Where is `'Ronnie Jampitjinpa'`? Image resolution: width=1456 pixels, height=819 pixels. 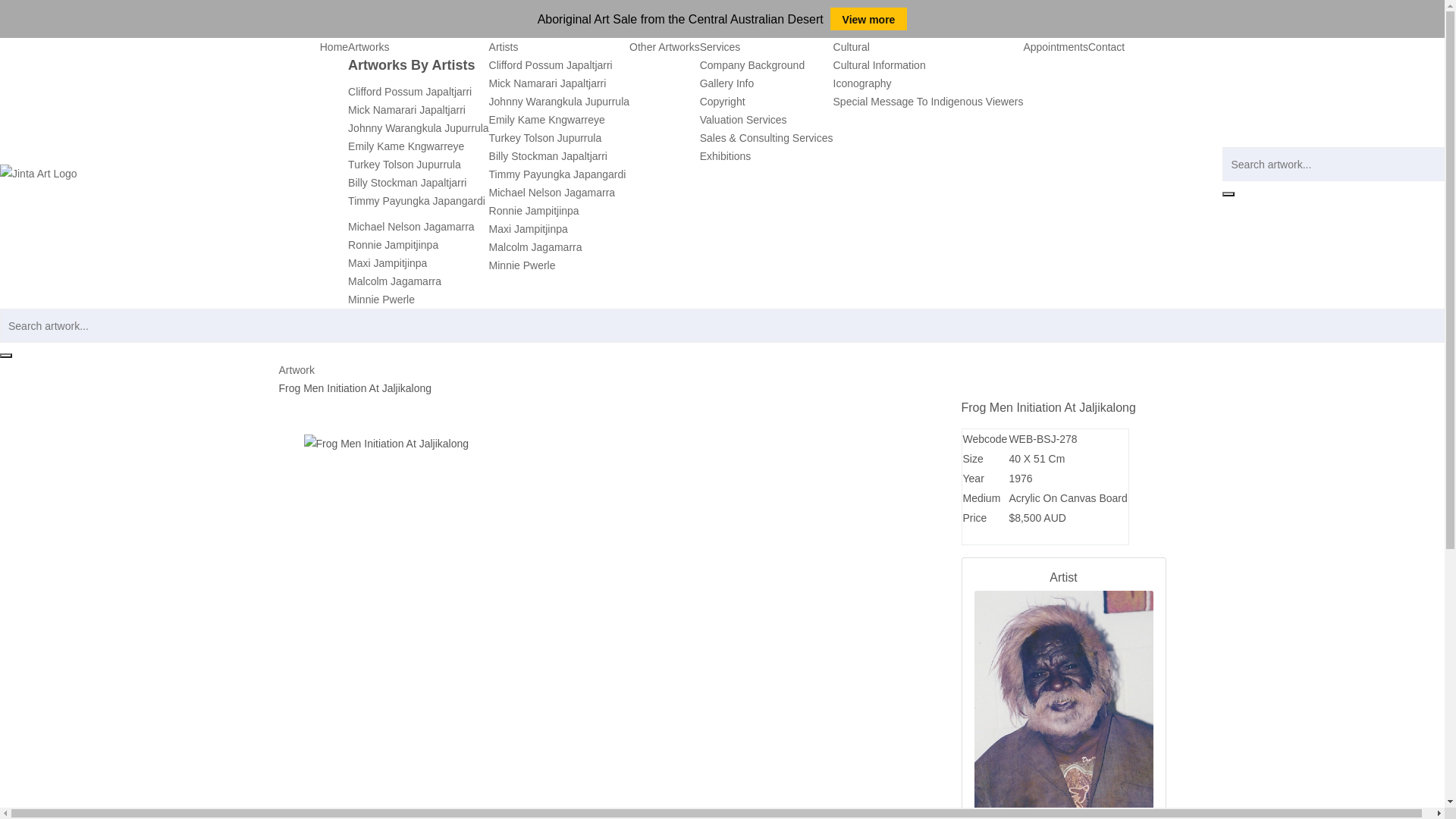 'Ronnie Jampitjinpa' is located at coordinates (393, 244).